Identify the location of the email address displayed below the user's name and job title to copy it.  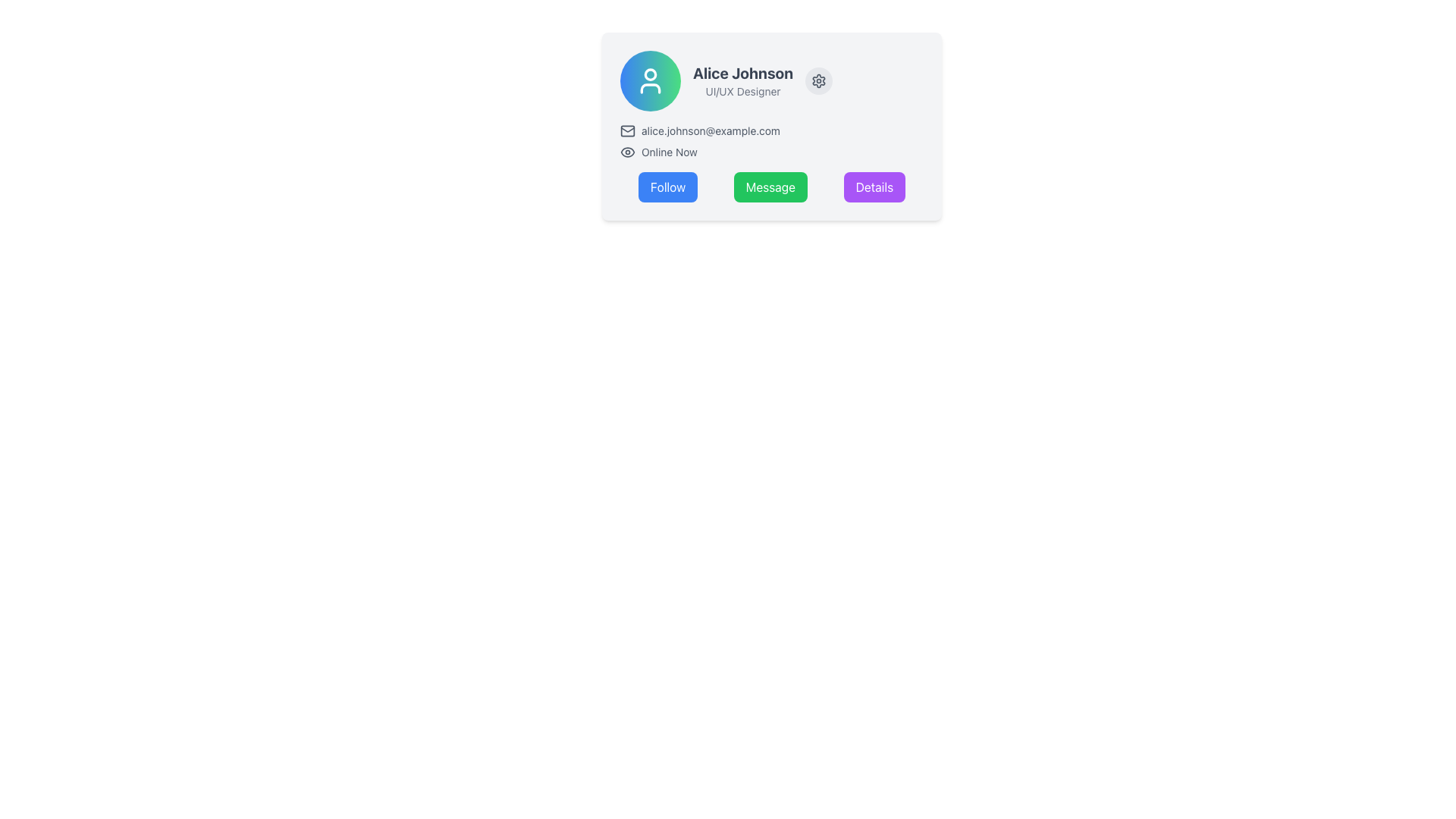
(771, 130).